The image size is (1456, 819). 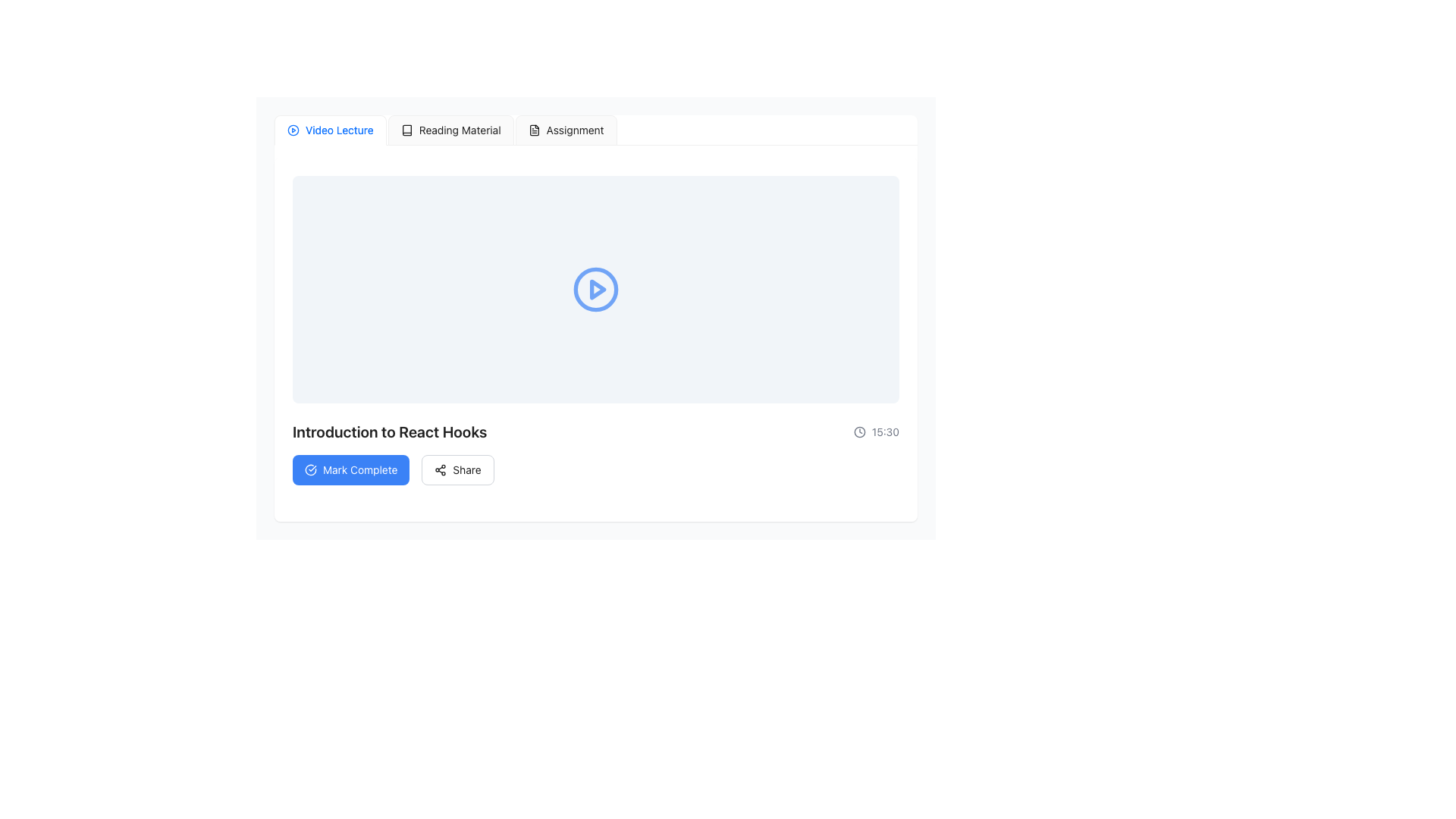 What do you see at coordinates (457, 469) in the screenshot?
I see `the share button located to the right of the 'Mark Complete' button at the bottom of the content section` at bounding box center [457, 469].